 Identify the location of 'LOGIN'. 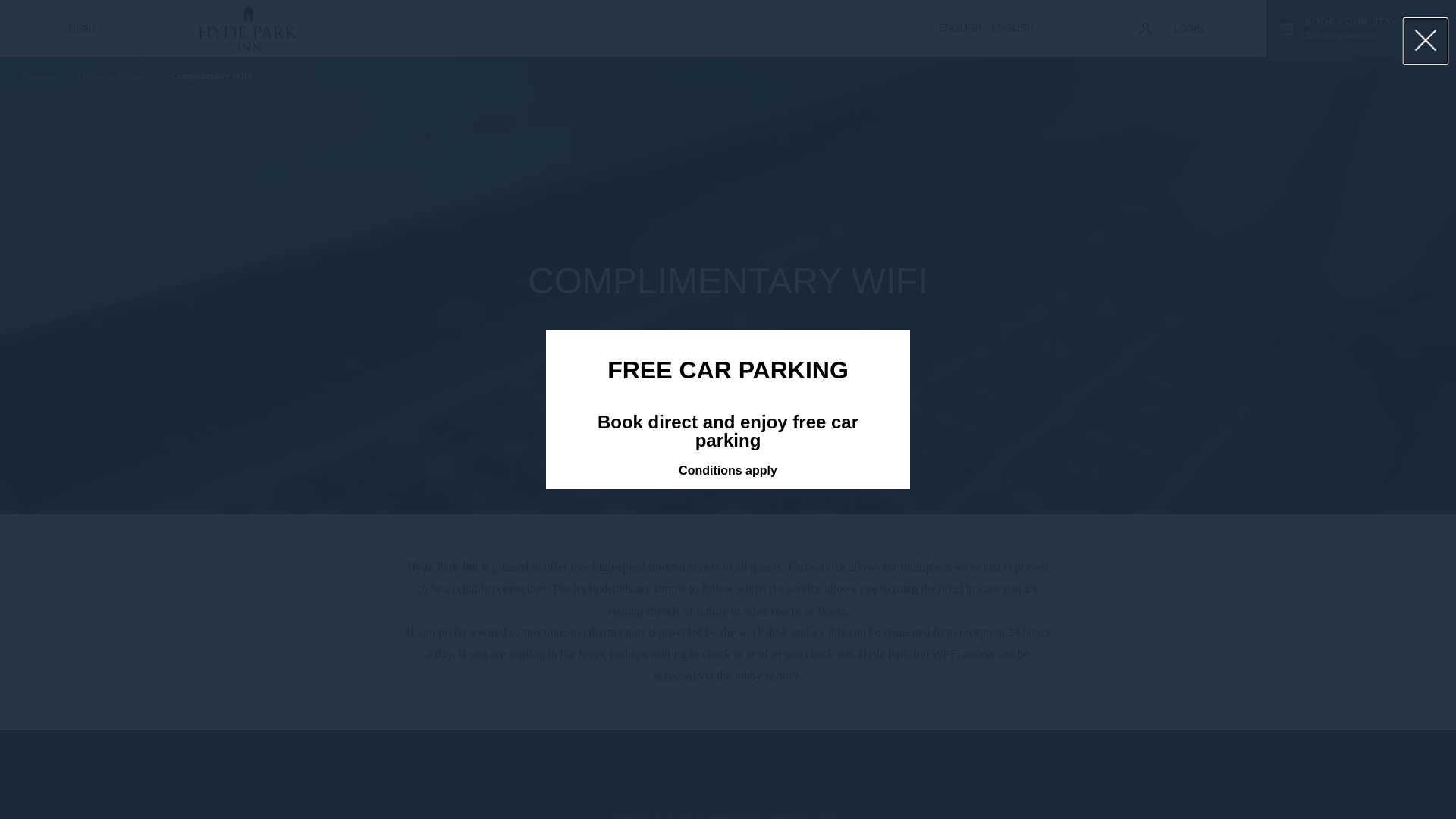
(1171, 28).